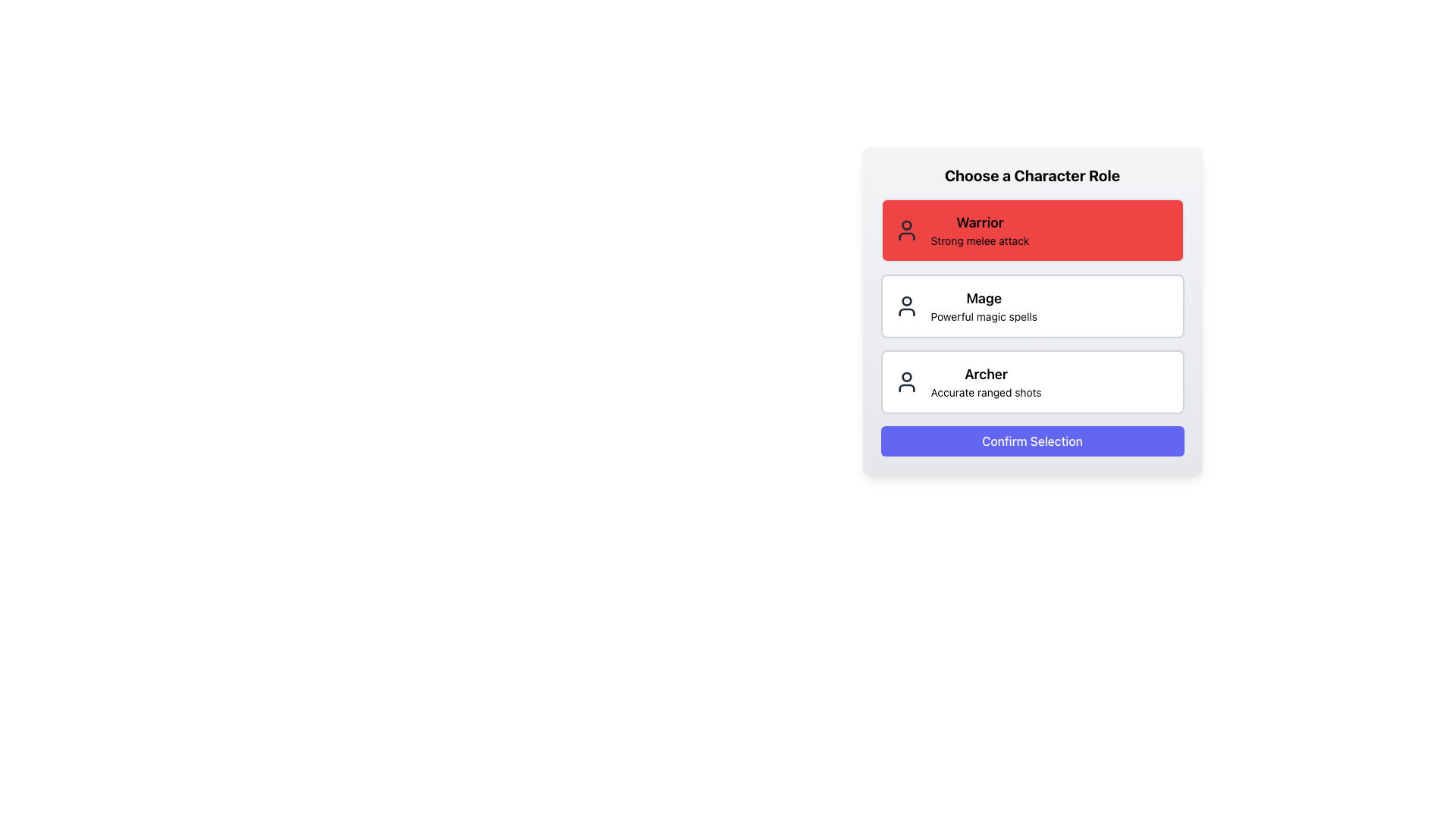 Image resolution: width=1456 pixels, height=819 pixels. I want to click on the user icon representing the 'Mage' role in the character selection menu, which is styled with a circular head and shoulders, located inside the second card of three options, so click(906, 306).